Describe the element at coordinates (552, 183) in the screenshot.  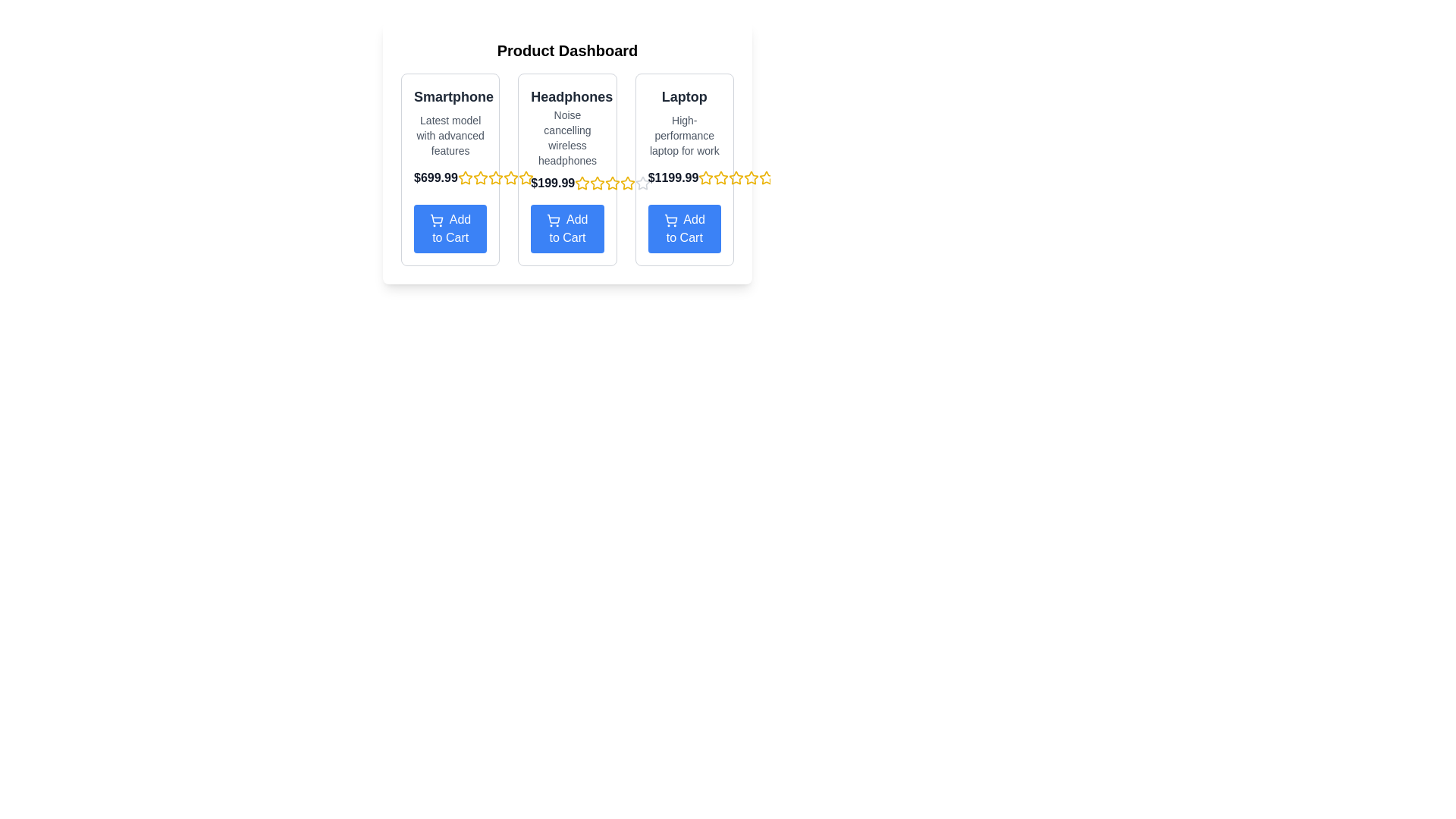
I see `the text label displaying '$199.99' located under the 'Headphones' column in the product listing page` at that location.